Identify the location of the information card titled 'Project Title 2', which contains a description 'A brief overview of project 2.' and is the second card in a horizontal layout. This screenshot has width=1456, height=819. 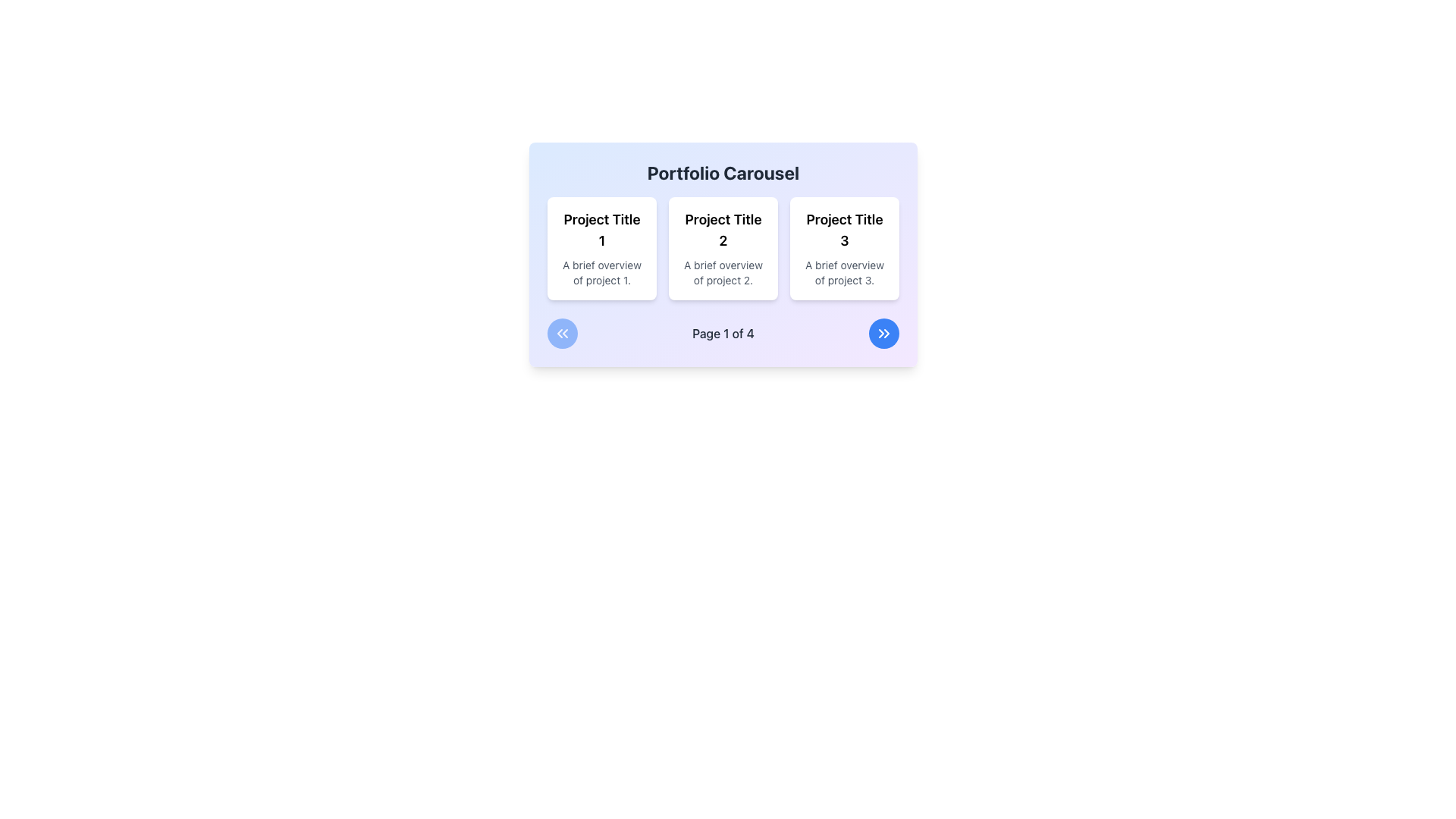
(723, 253).